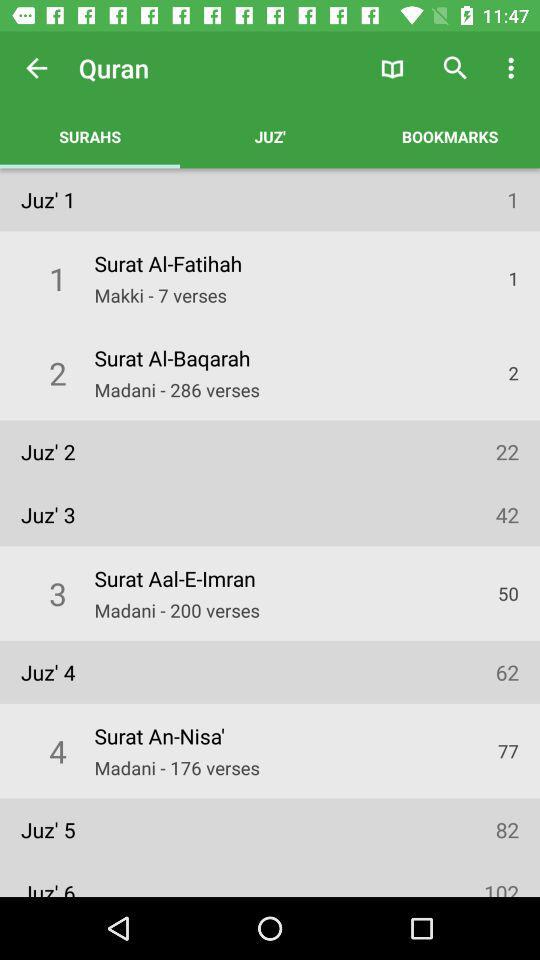 The width and height of the screenshot is (540, 960). I want to click on juz' item, so click(270, 135).